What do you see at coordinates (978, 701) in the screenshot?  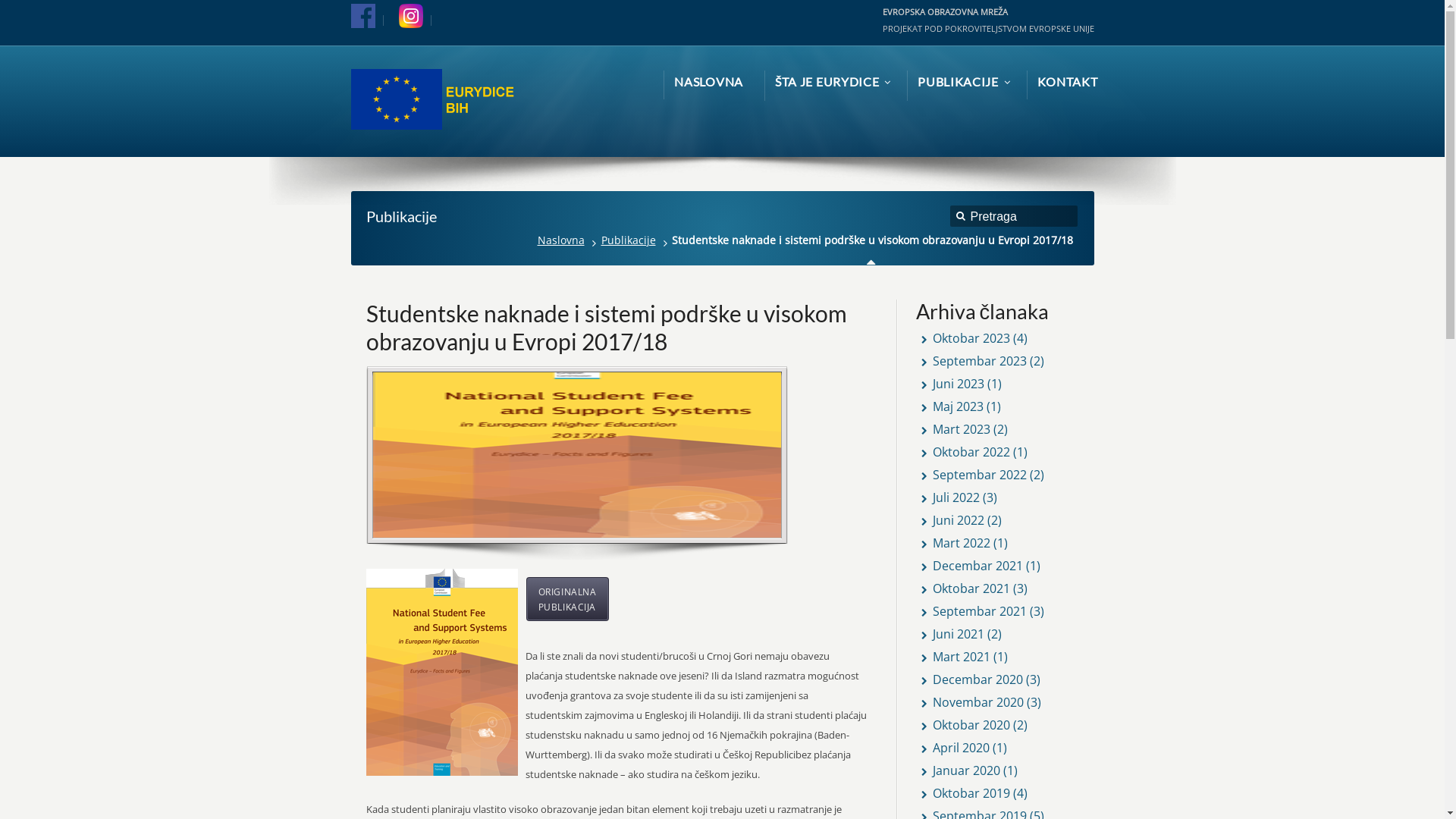 I see `'Novembar 2020'` at bounding box center [978, 701].